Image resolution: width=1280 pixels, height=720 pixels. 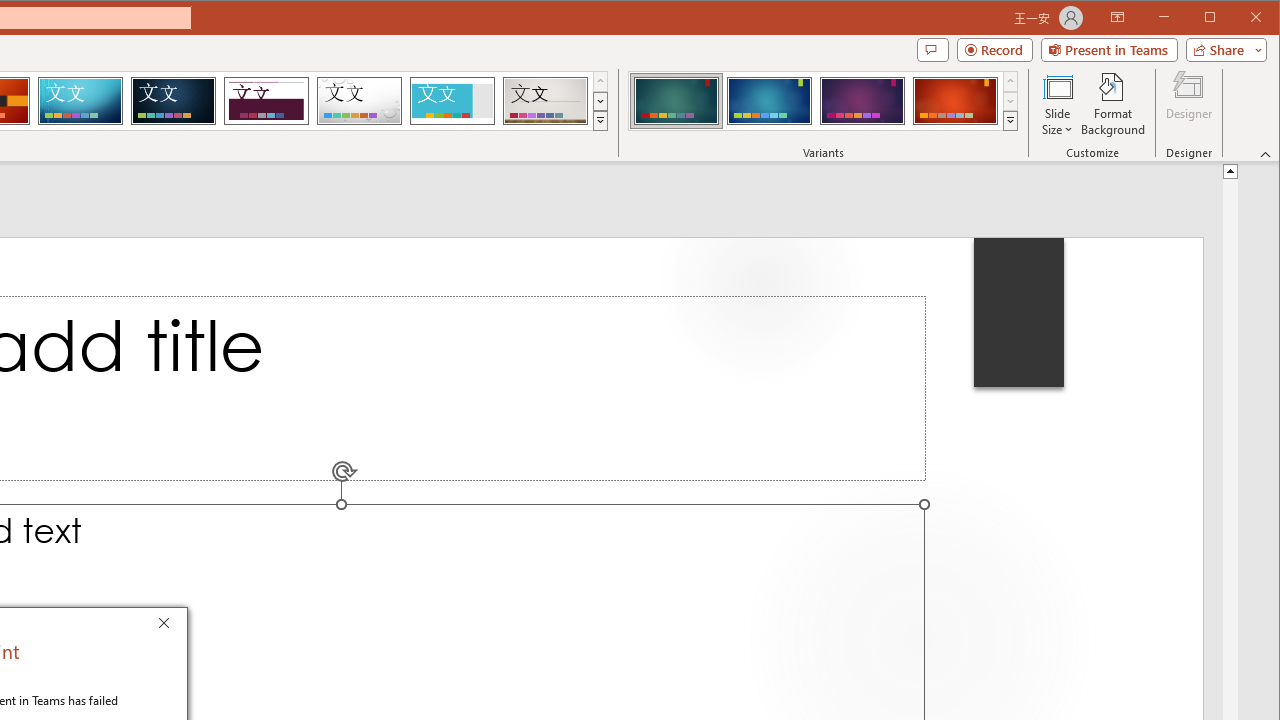 What do you see at coordinates (1189, 104) in the screenshot?
I see `'Designer'` at bounding box center [1189, 104].